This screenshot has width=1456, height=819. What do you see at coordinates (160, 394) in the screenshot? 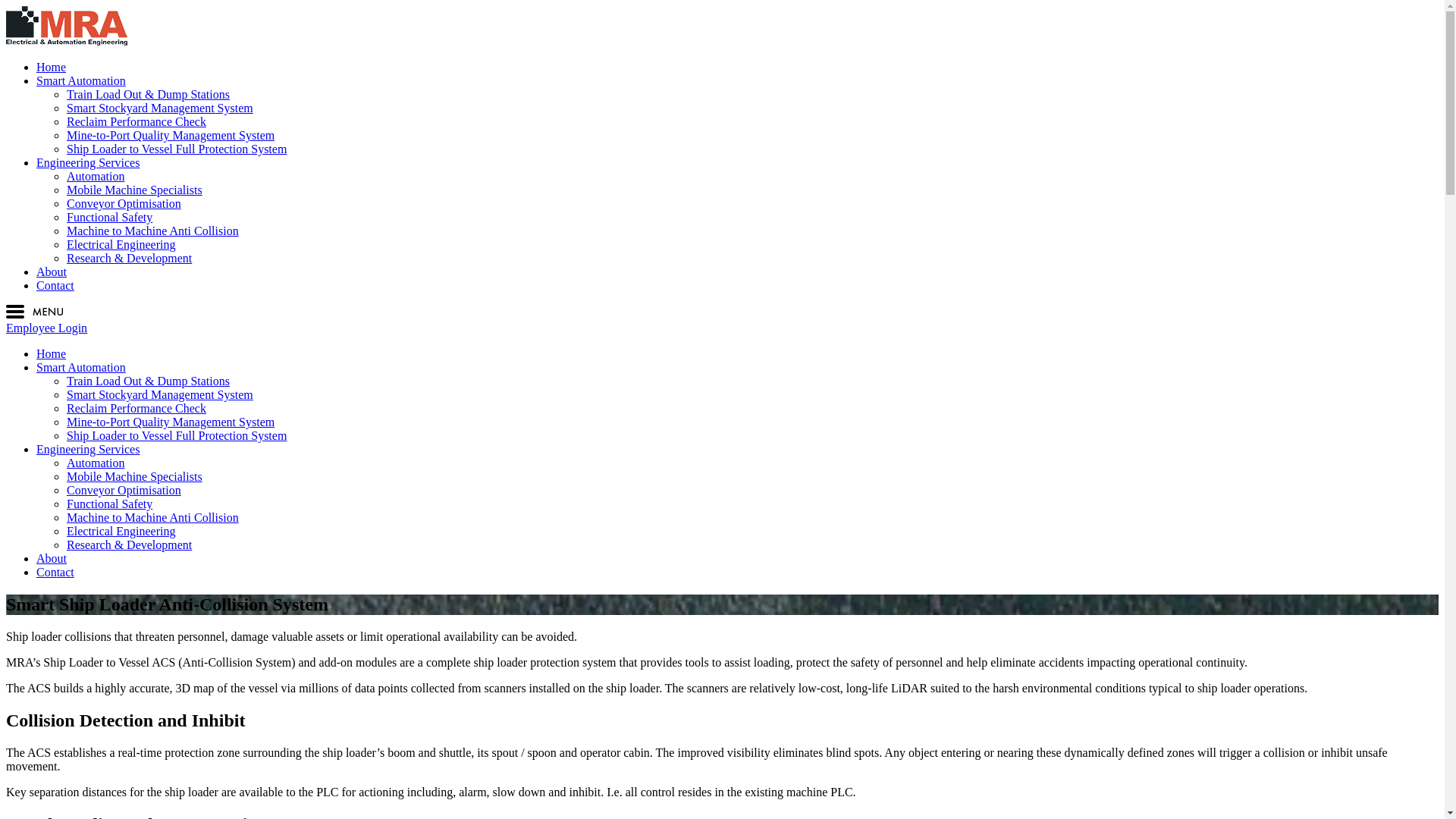
I see `'Smart Stockyard Management System'` at bounding box center [160, 394].